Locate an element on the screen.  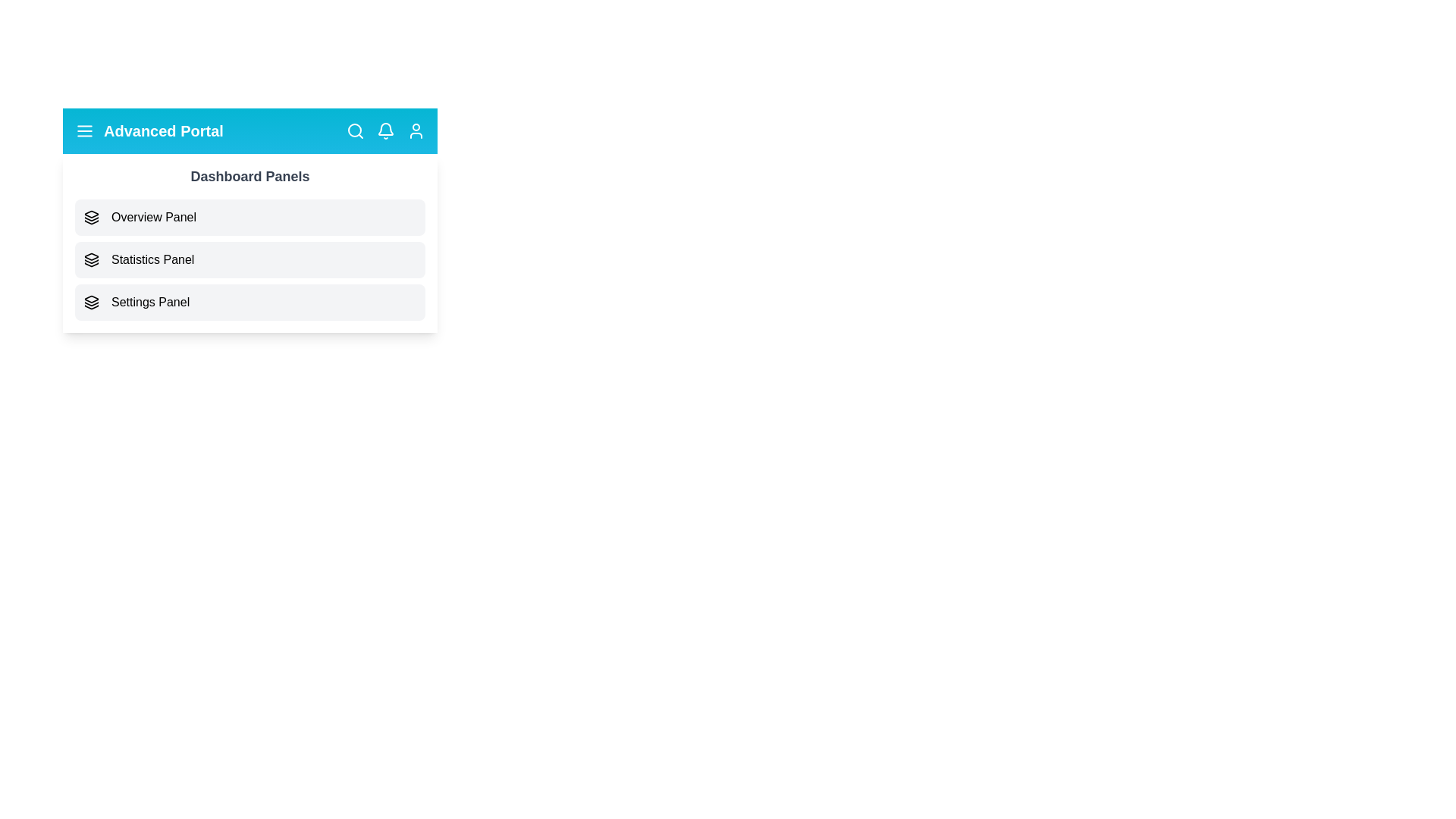
the Statistics Panel panel to view its content is located at coordinates (250, 259).